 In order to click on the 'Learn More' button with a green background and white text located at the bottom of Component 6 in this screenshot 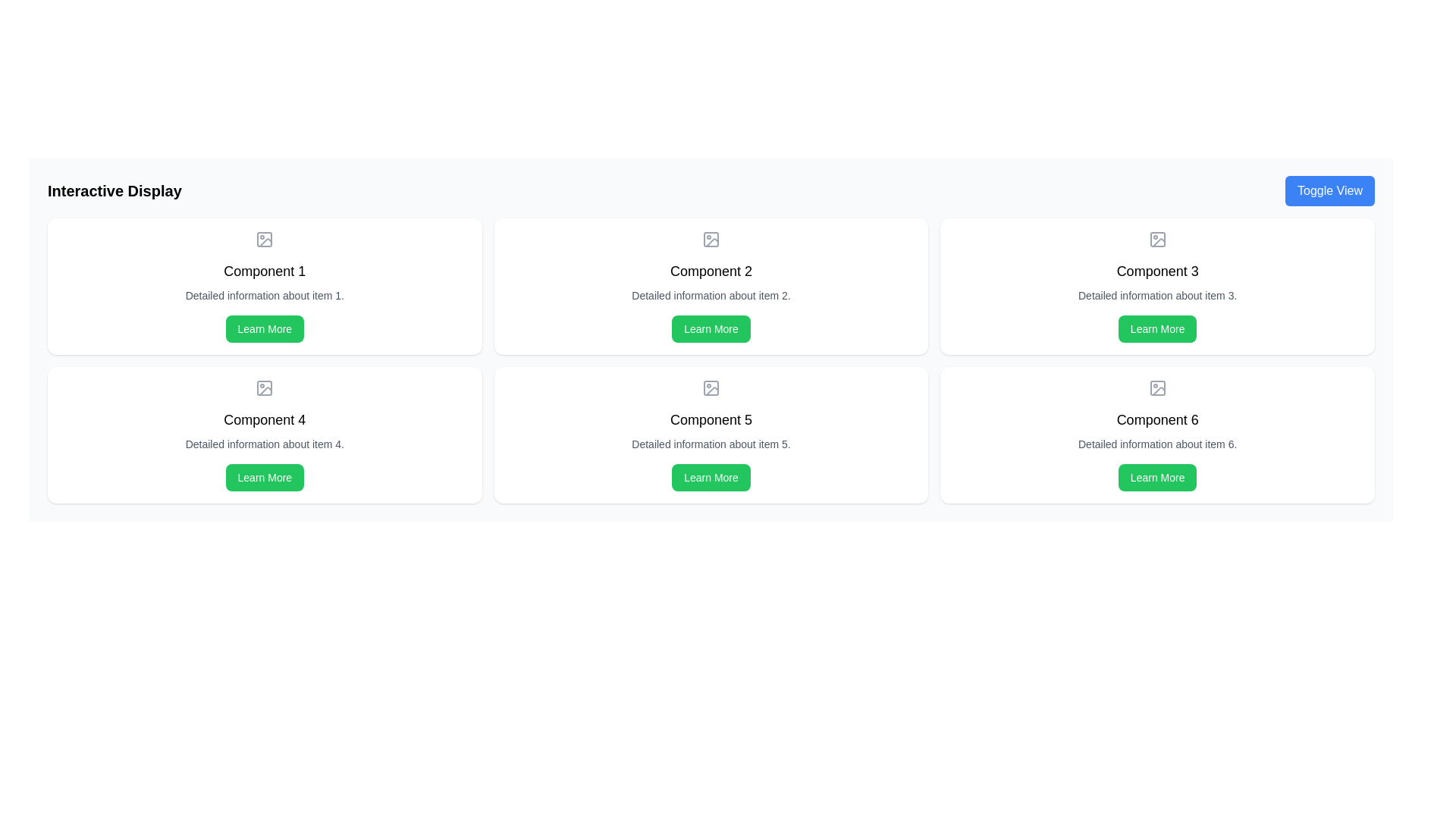, I will do `click(1156, 476)`.